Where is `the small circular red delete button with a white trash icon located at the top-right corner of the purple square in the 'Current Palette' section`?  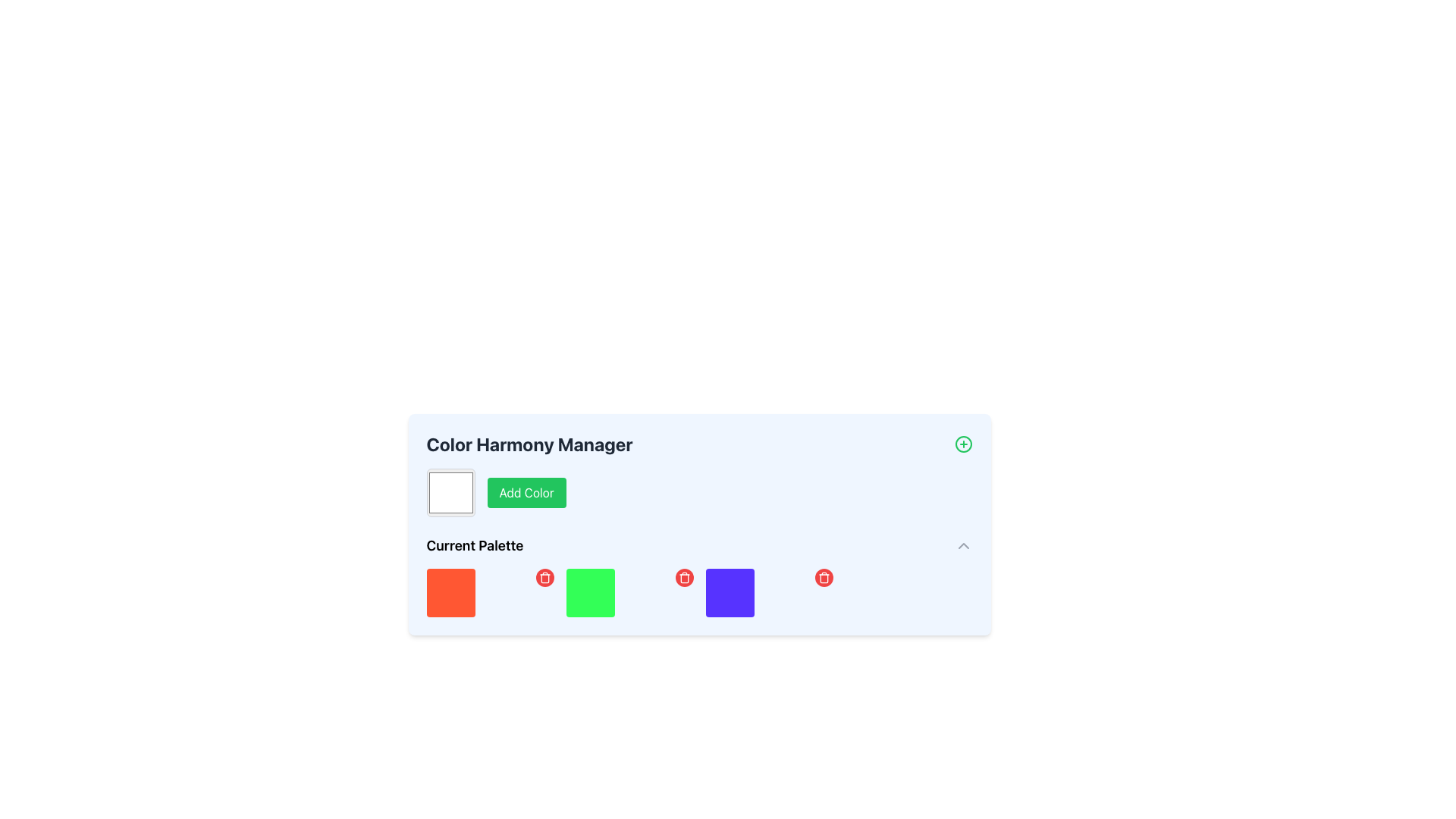 the small circular red delete button with a white trash icon located at the top-right corner of the purple square in the 'Current Palette' section is located at coordinates (823, 578).